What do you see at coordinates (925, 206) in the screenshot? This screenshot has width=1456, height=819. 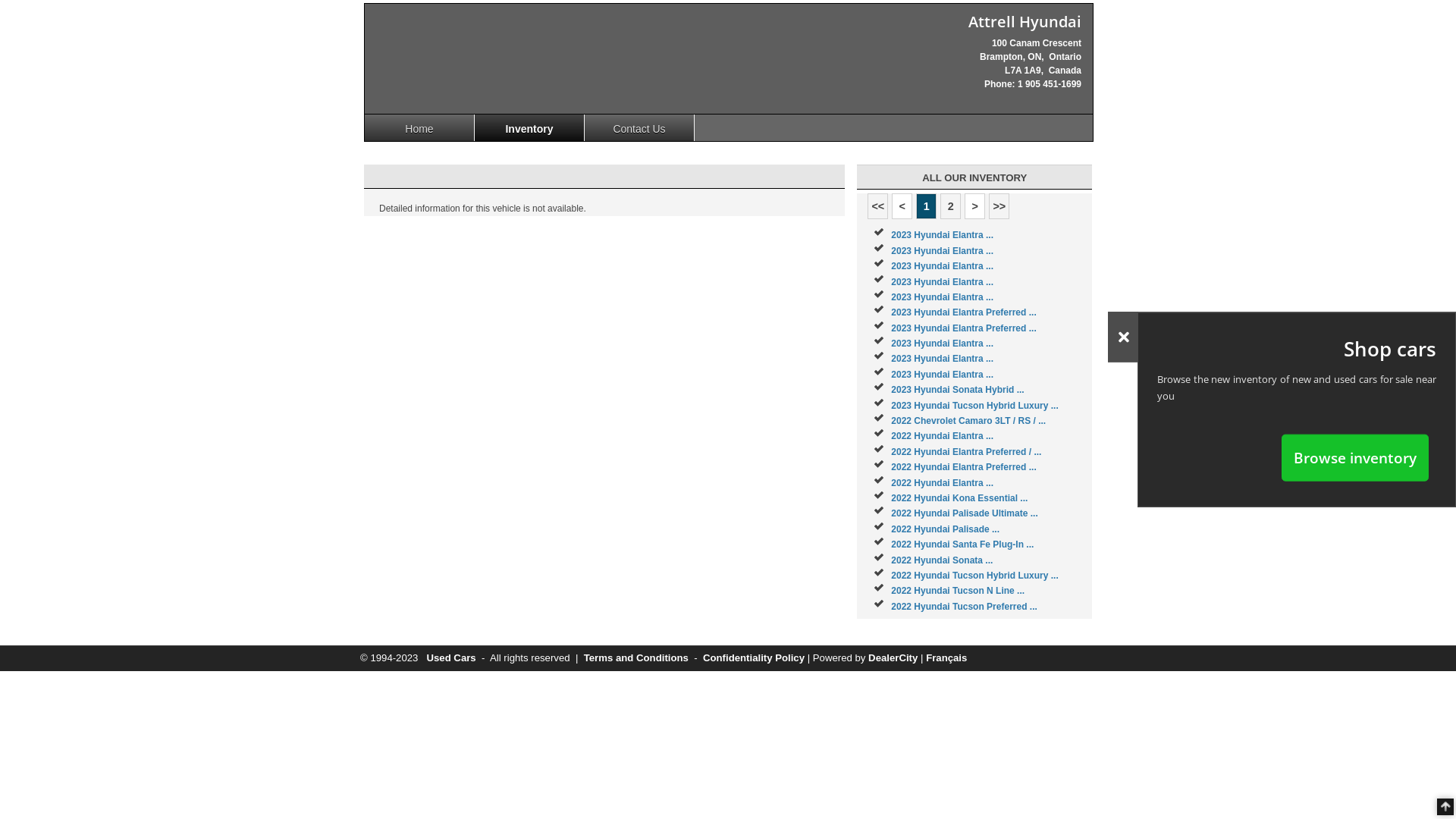 I see `'1'` at bounding box center [925, 206].